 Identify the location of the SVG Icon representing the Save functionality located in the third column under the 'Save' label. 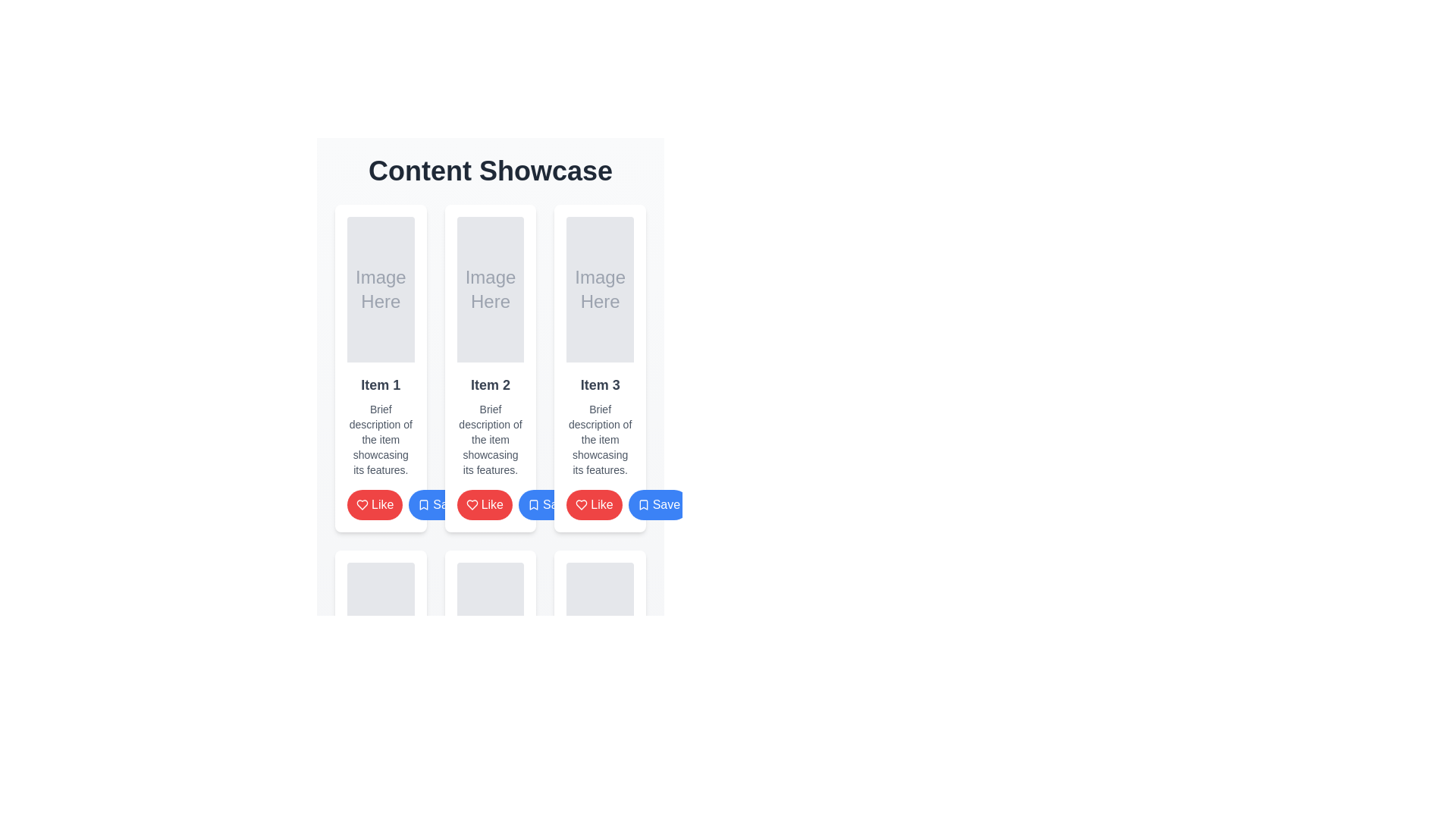
(643, 505).